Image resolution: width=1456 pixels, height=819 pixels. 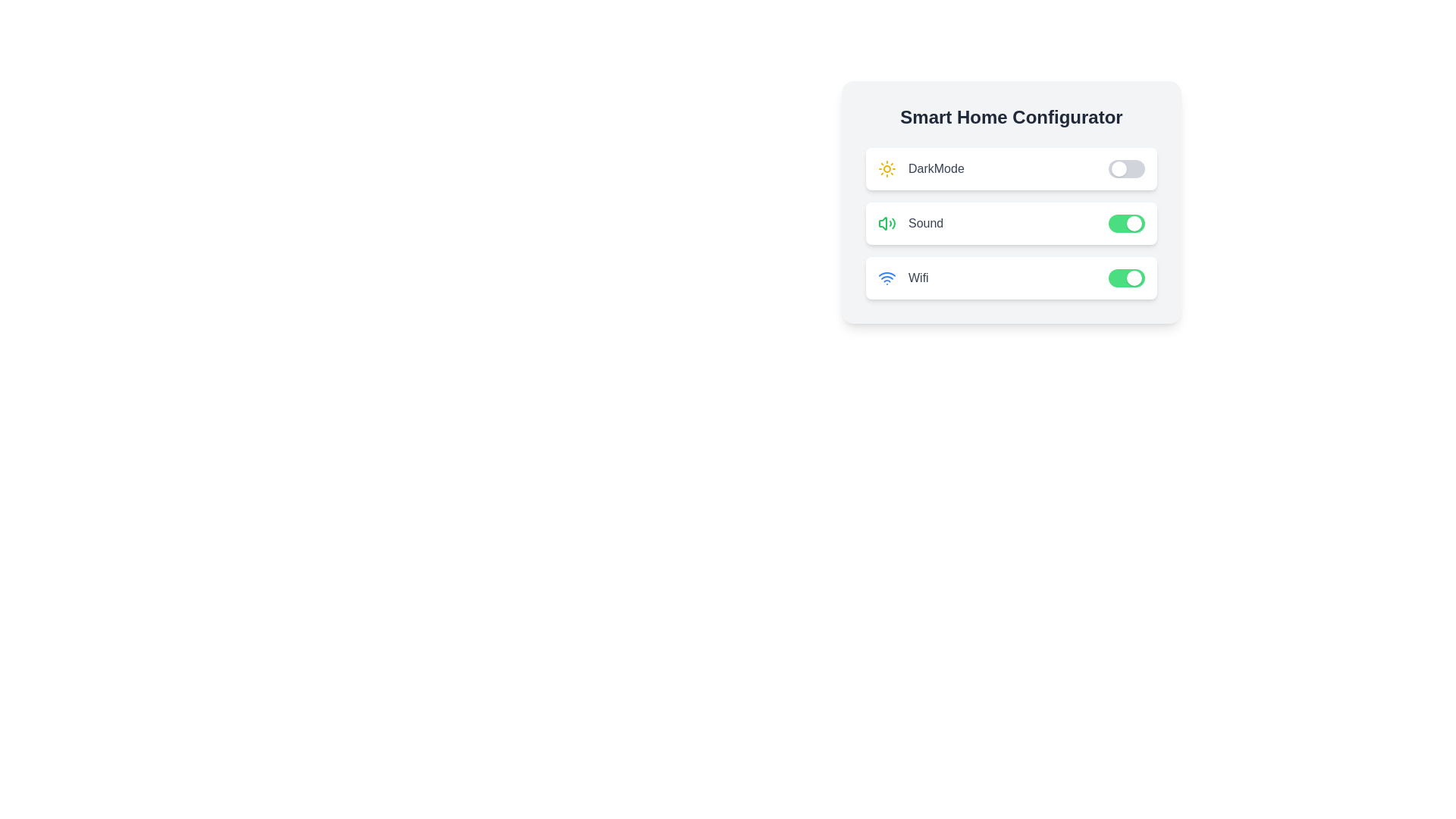 I want to click on the toggle switch located to the far right of the 'Sound' label, so click(x=1127, y=223).